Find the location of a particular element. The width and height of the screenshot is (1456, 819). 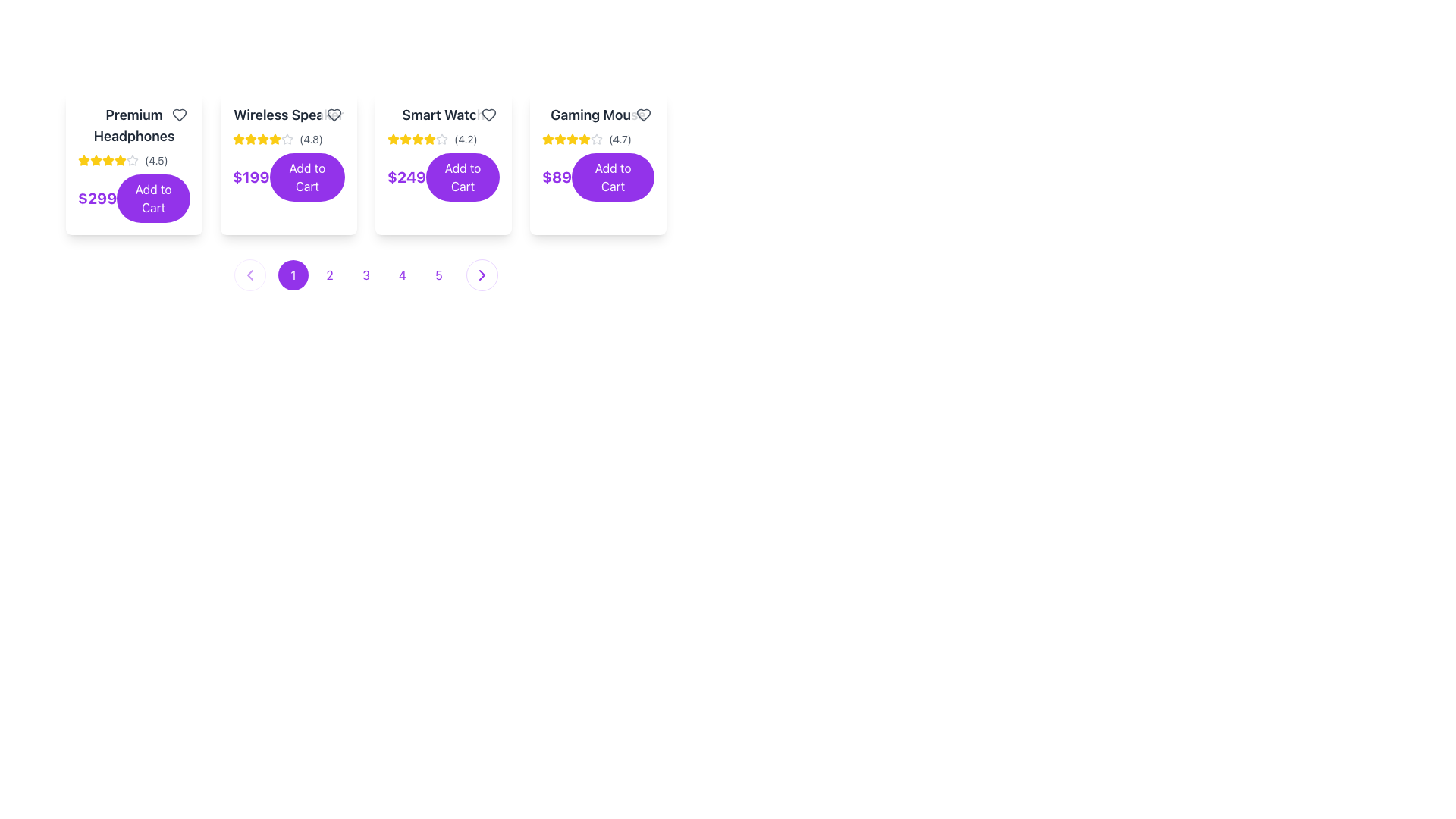

the purple arrow icon pointing to the right within the chevron symbol located at the far right of the navigation bar is located at coordinates (481, 275).